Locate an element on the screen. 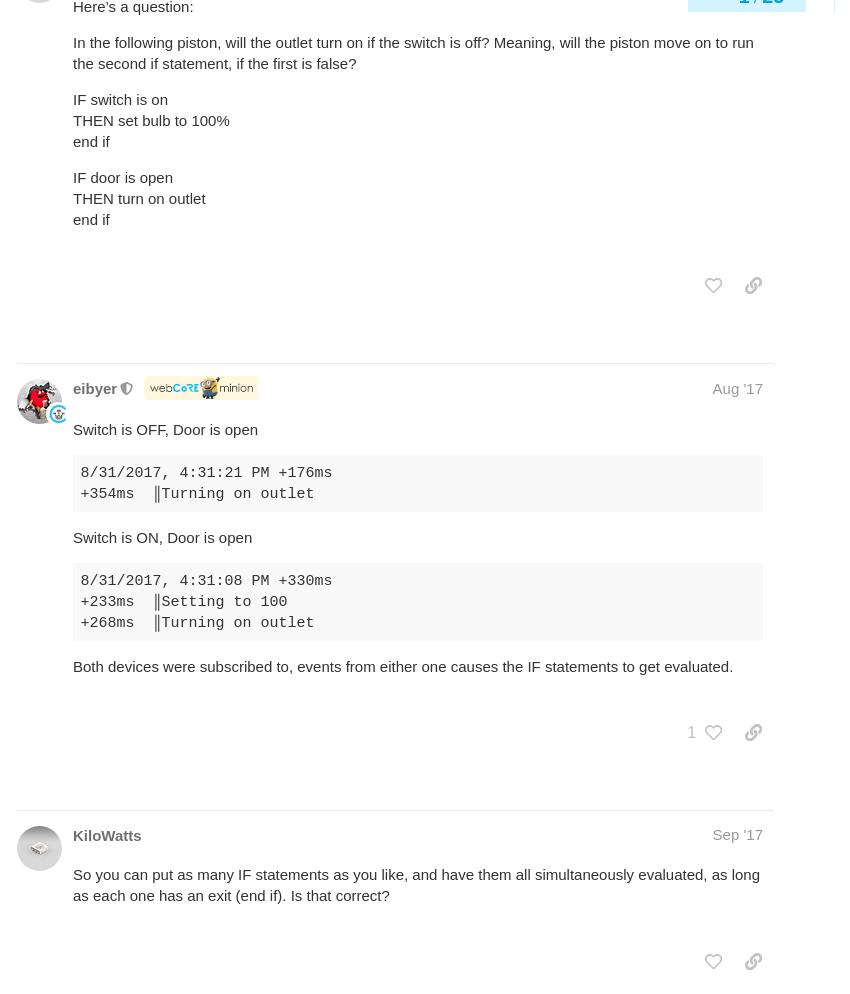 Image resolution: width=850 pixels, height=994 pixels. 'Aug '17' is located at coordinates (737, 387).